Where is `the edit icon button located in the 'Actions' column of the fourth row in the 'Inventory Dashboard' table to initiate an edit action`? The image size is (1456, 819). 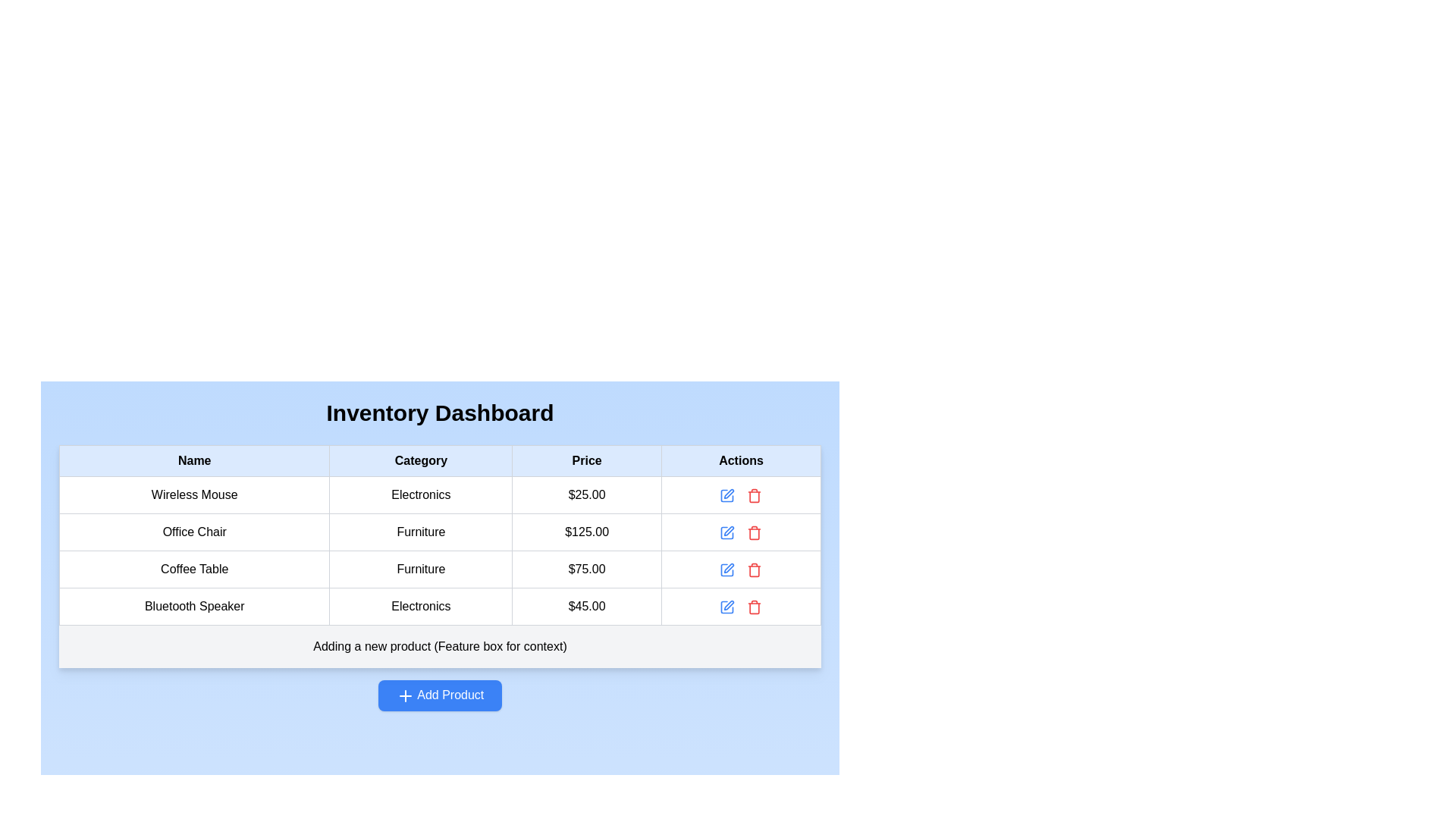 the edit icon button located in the 'Actions' column of the fourth row in the 'Inventory Dashboard' table to initiate an edit action is located at coordinates (729, 604).